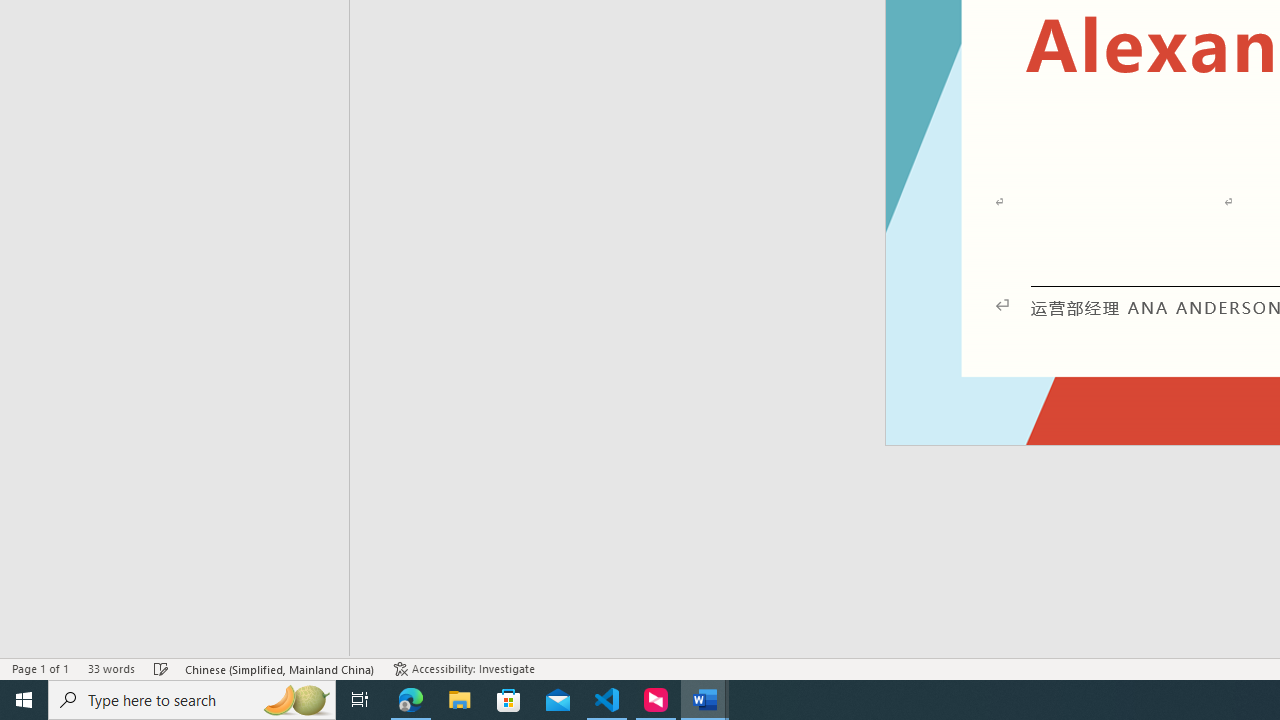 The image size is (1280, 720). What do you see at coordinates (459, 698) in the screenshot?
I see `'File Explorer'` at bounding box center [459, 698].